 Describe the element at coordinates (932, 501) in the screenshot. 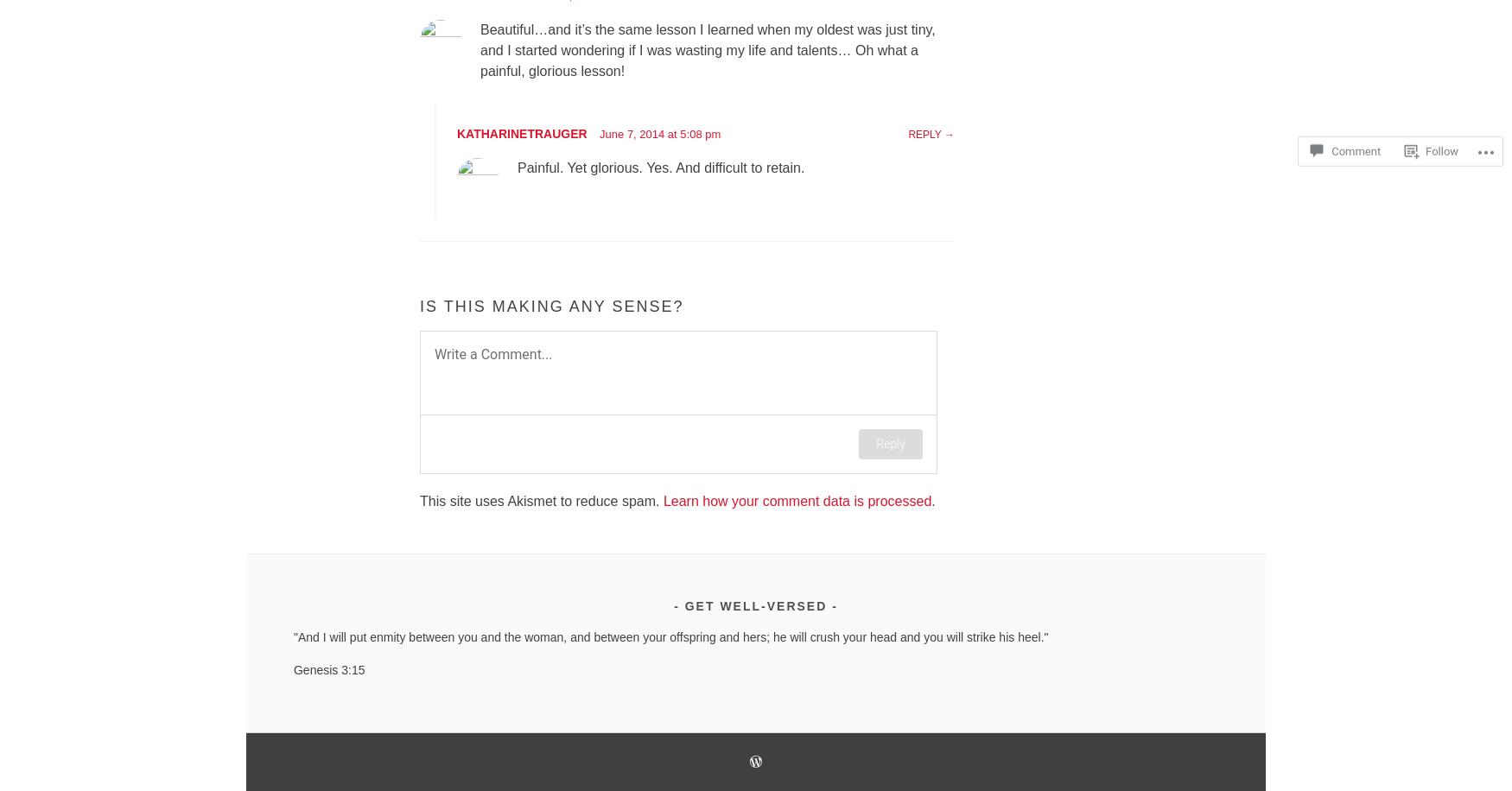

I see `'.'` at that location.